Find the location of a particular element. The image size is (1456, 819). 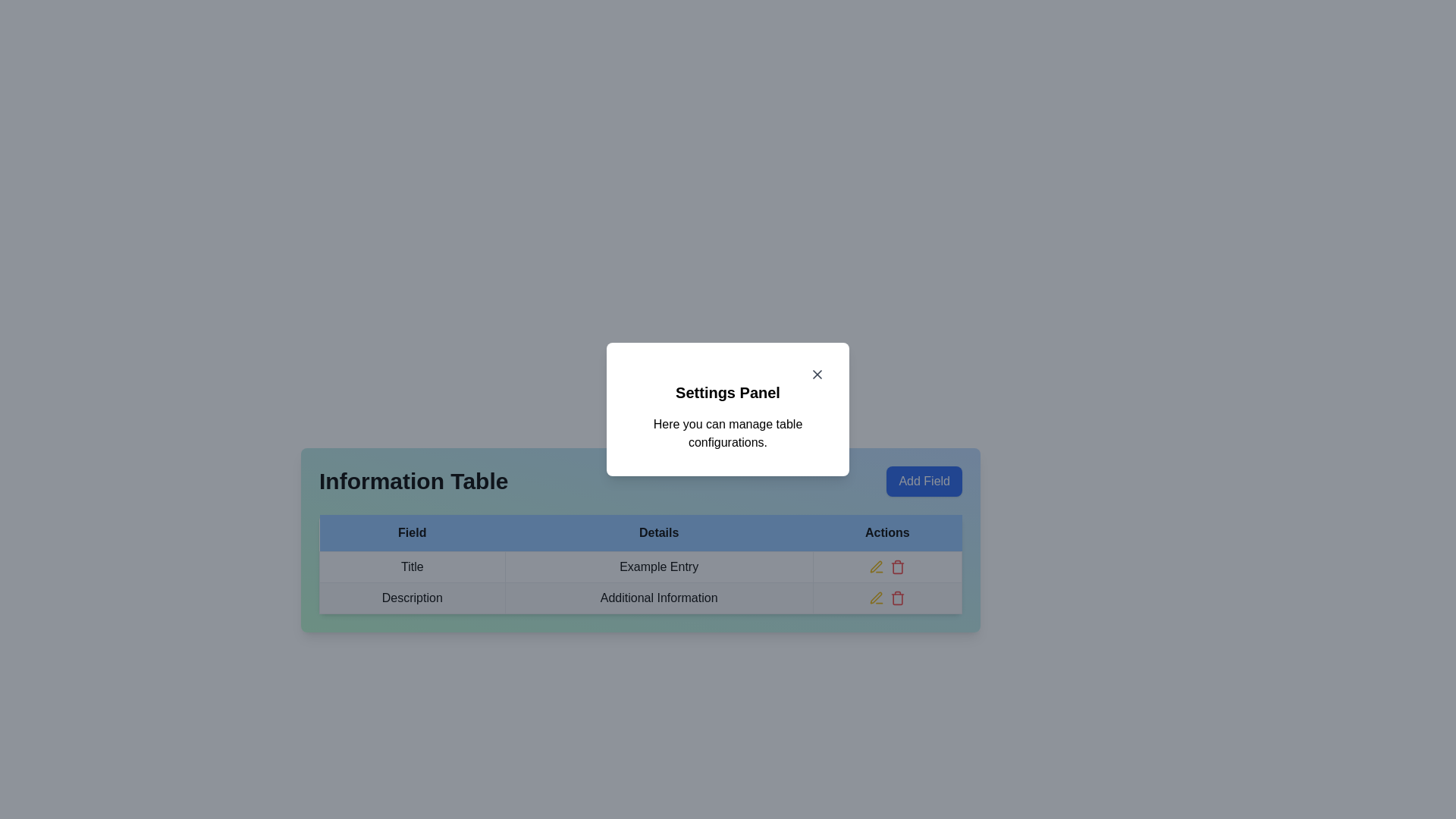

the second cell in the 'Details' column of the table is located at coordinates (659, 598).